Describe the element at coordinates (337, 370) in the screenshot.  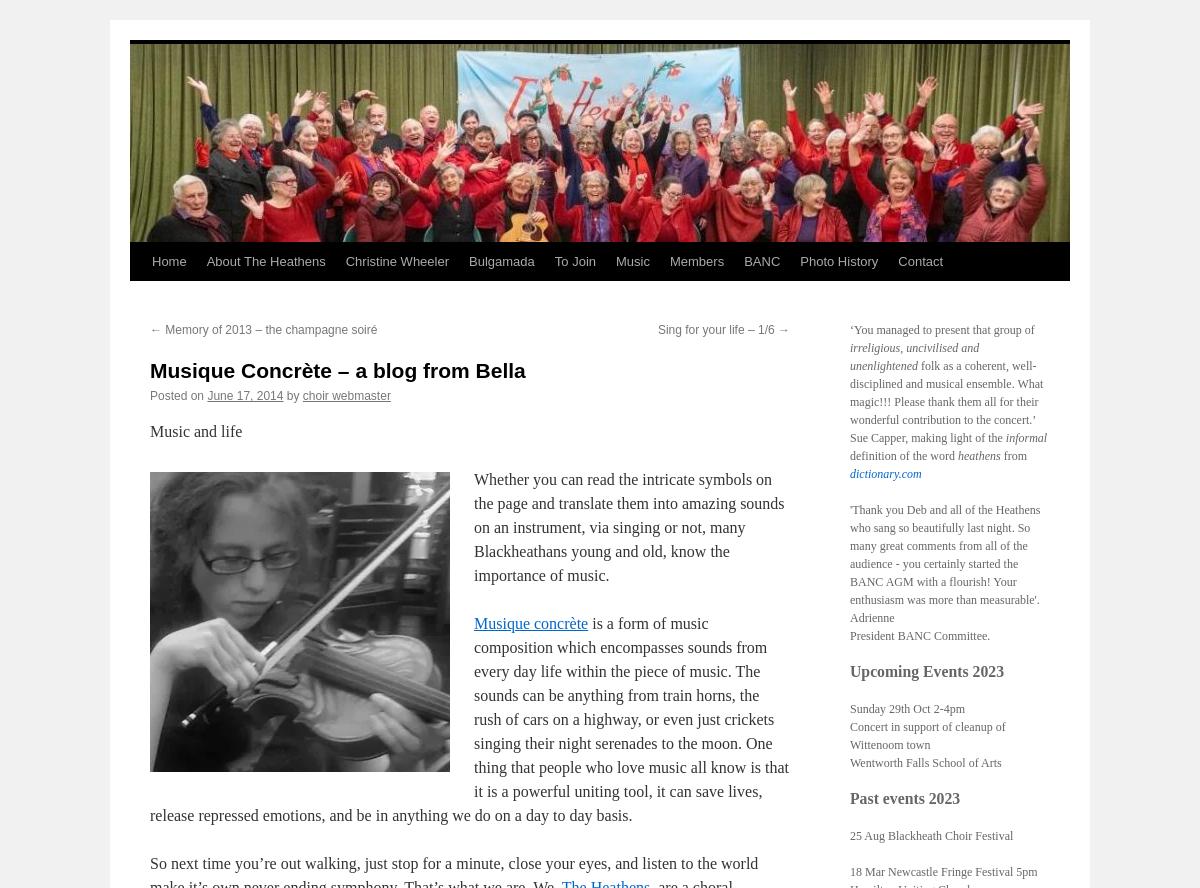
I see `'Musique Concrète – a blog from Bella'` at that location.